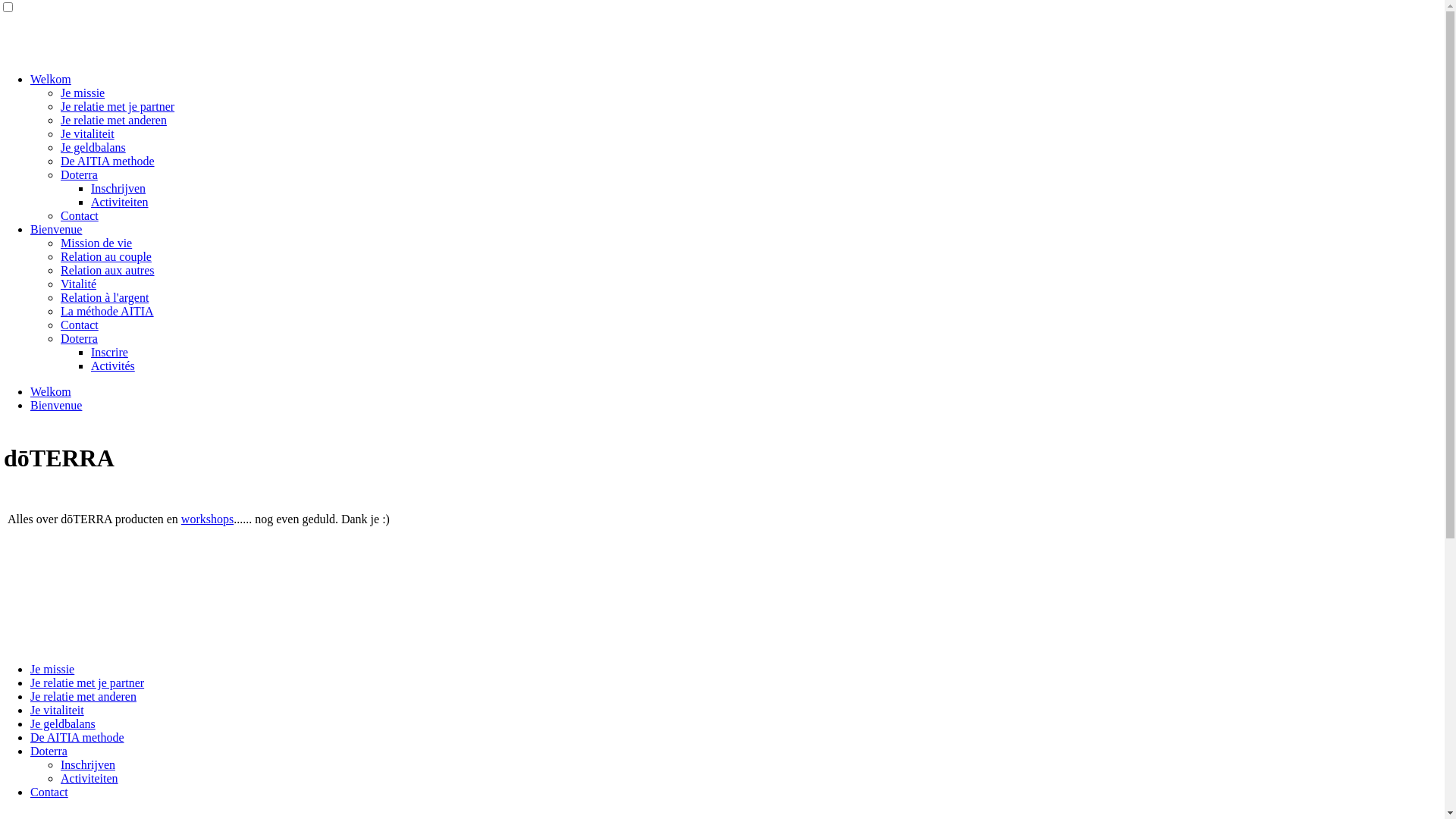 The width and height of the screenshot is (1456, 819). What do you see at coordinates (93, 147) in the screenshot?
I see `'Je geldbalans'` at bounding box center [93, 147].